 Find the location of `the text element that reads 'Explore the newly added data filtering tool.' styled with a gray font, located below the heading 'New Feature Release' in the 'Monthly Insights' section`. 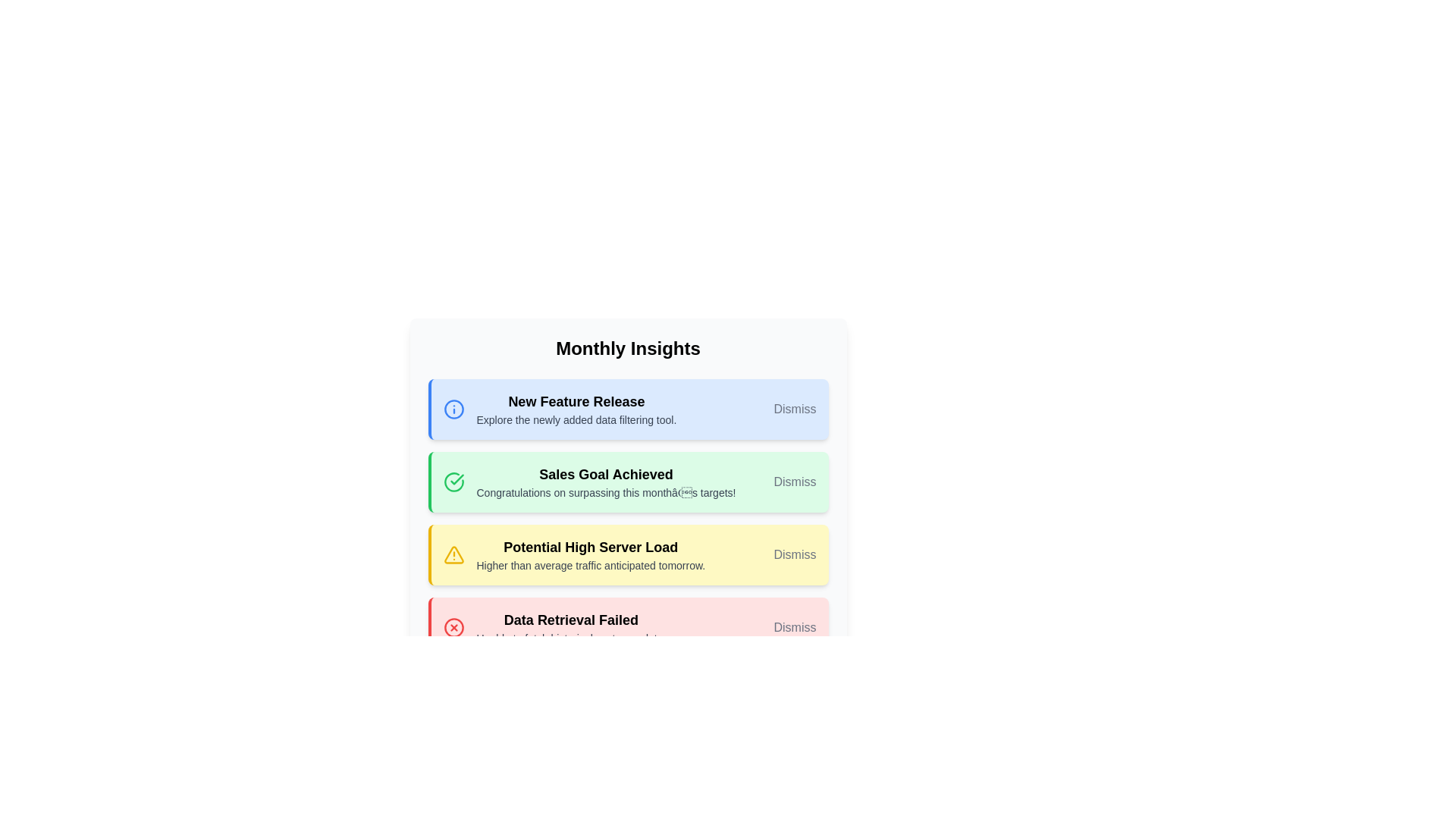

the text element that reads 'Explore the newly added data filtering tool.' styled with a gray font, located below the heading 'New Feature Release' in the 'Monthly Insights' section is located at coordinates (576, 420).